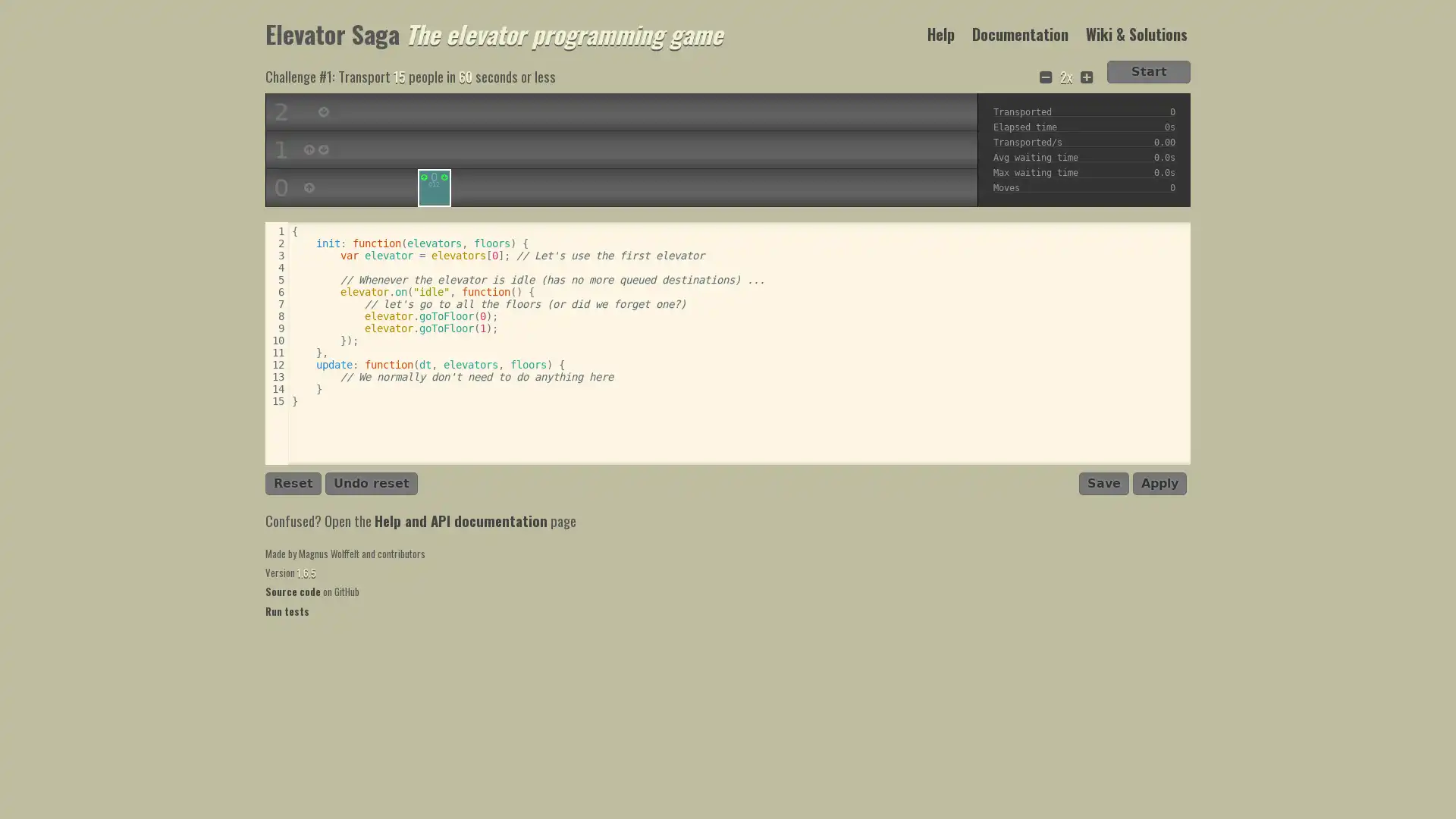 The width and height of the screenshot is (1456, 819). I want to click on Apply, so click(1159, 483).